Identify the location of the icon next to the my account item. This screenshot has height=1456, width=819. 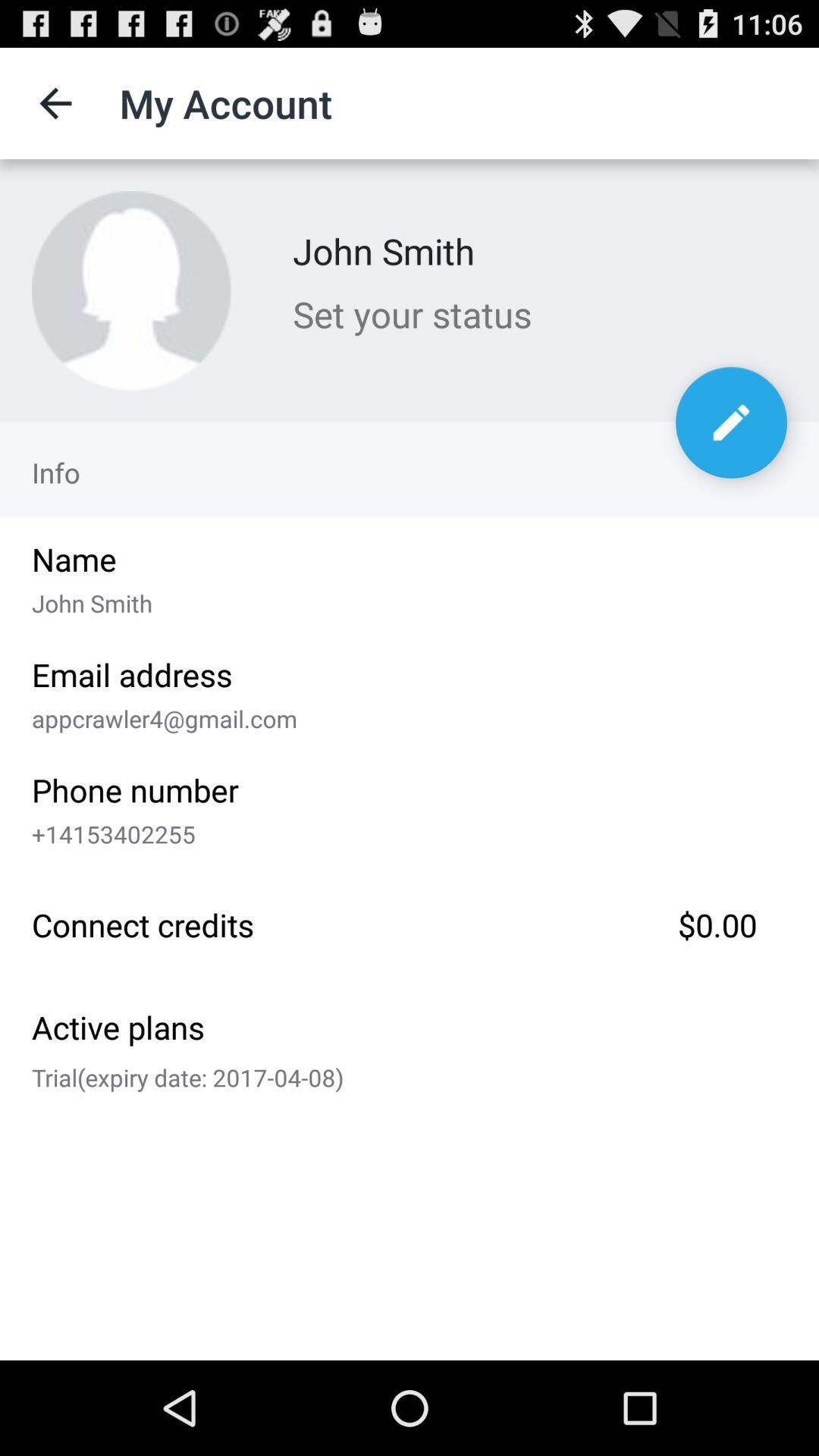
(55, 102).